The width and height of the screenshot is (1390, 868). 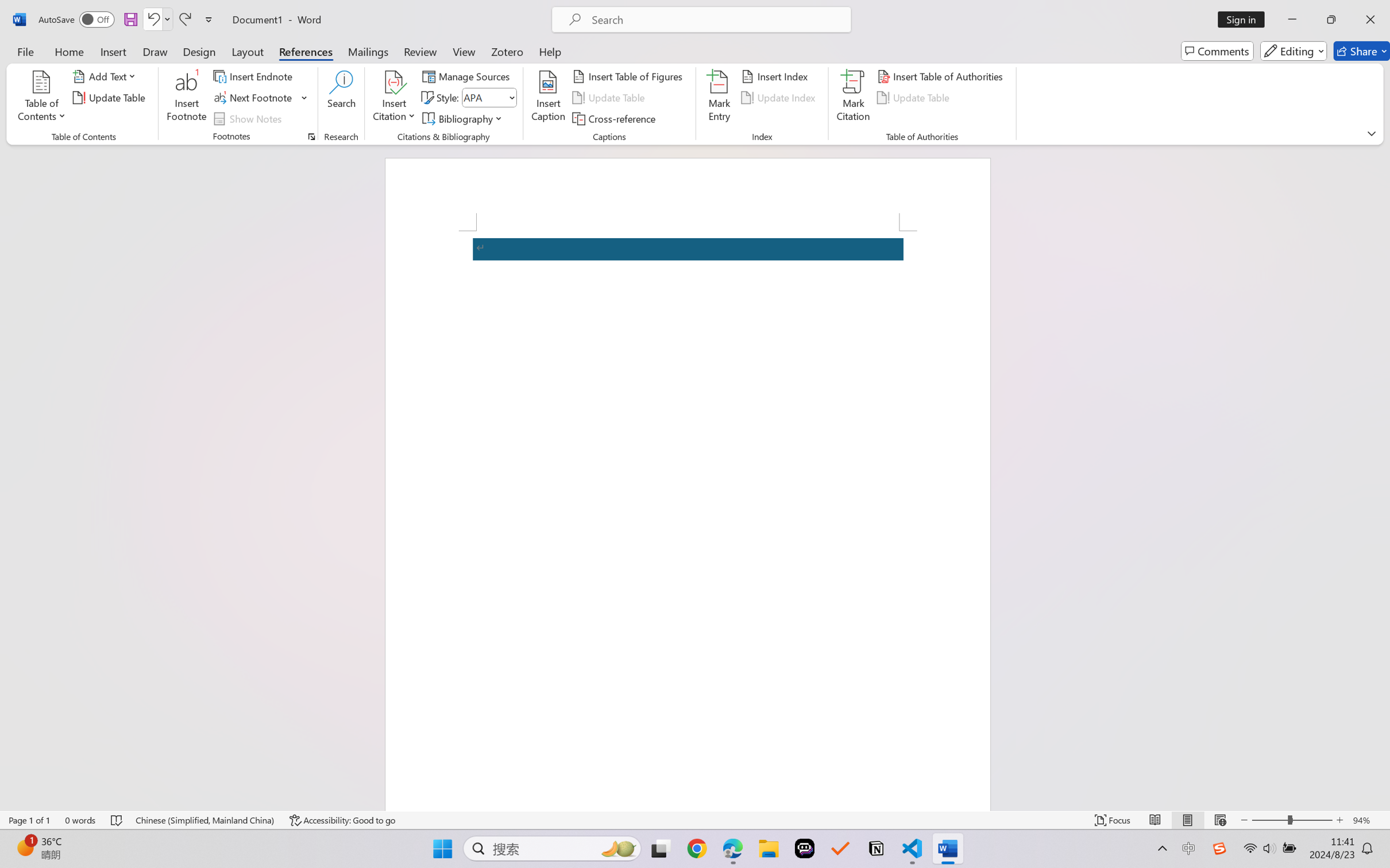 I want to click on 'Insert Index...', so click(x=775, y=75).